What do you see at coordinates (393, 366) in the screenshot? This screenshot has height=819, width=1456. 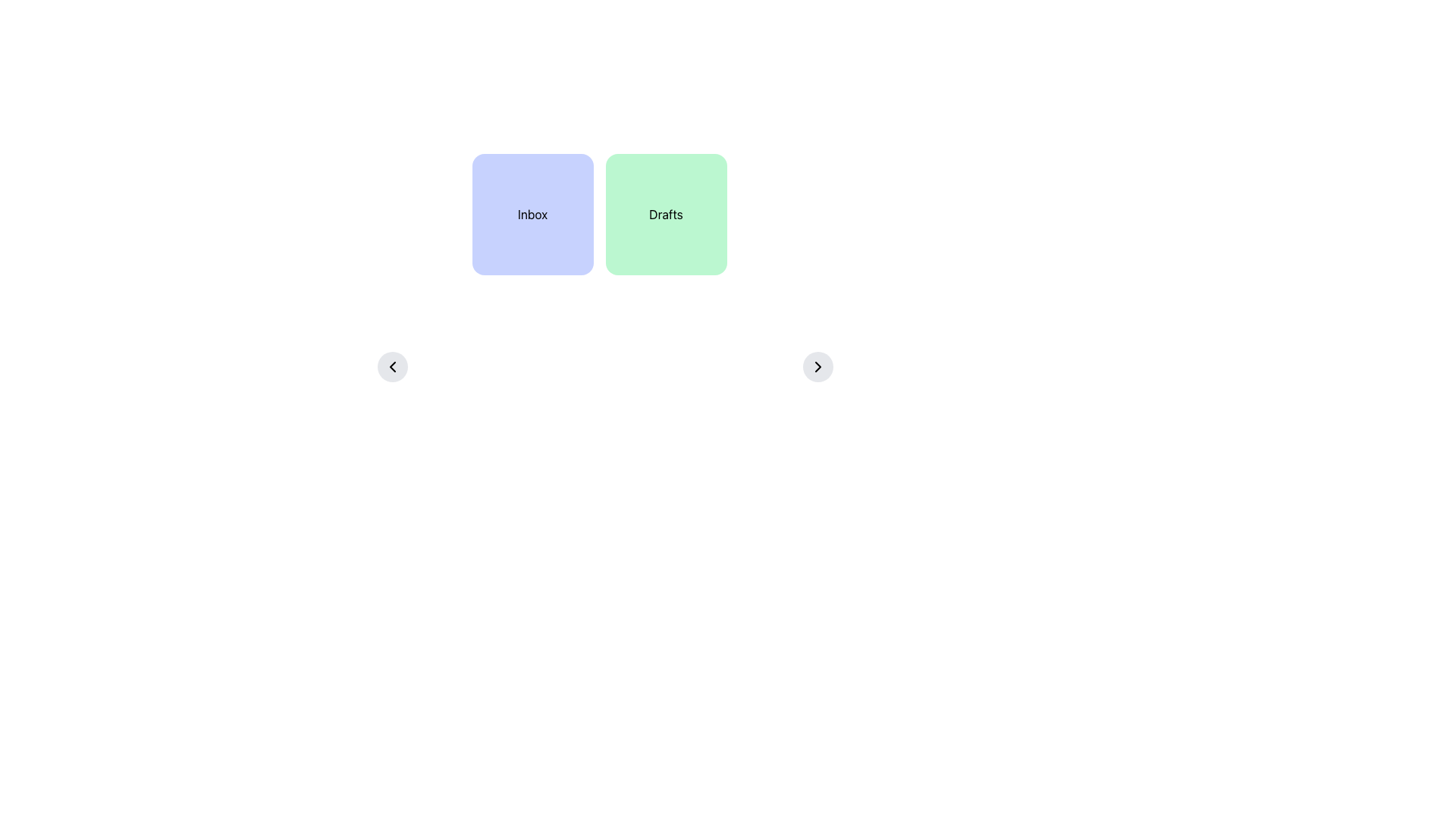 I see `the left-pointing chevron button, which is styled with a thin black outline and a light gray circular background` at bounding box center [393, 366].